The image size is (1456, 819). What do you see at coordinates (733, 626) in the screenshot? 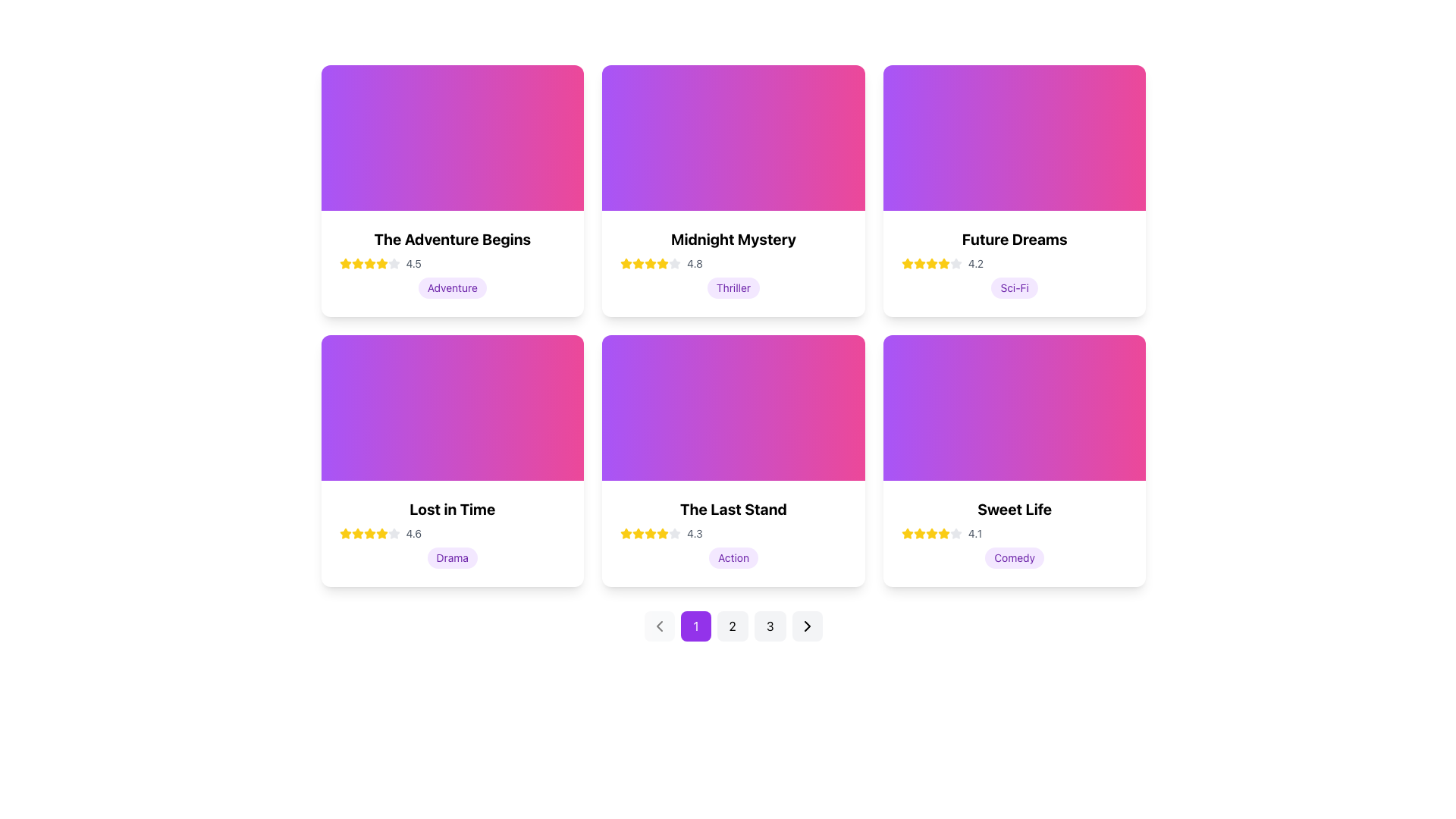
I see `the button labeled '2' in the bottom navigation bar` at bounding box center [733, 626].